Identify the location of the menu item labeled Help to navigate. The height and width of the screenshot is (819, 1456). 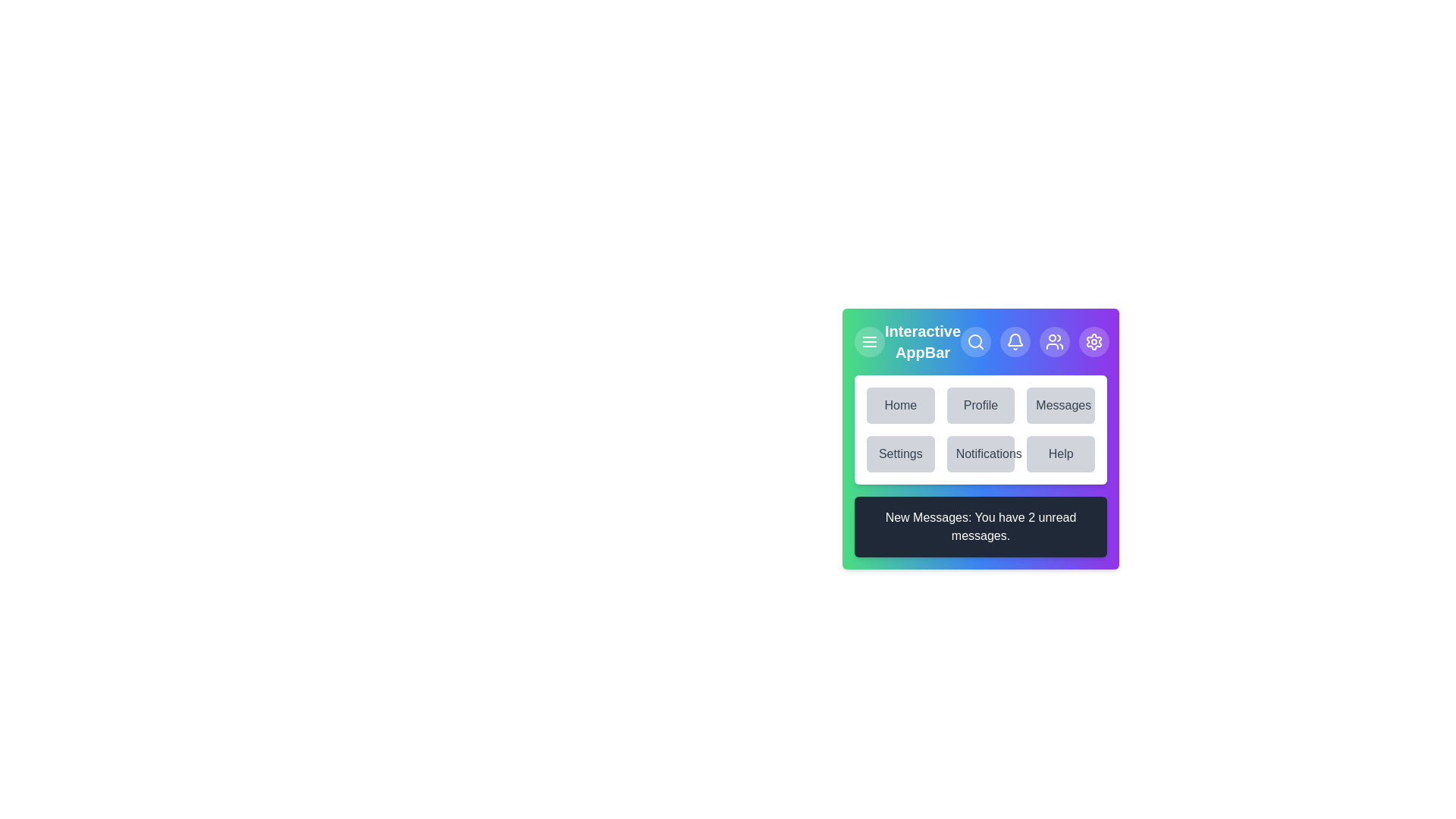
(1060, 453).